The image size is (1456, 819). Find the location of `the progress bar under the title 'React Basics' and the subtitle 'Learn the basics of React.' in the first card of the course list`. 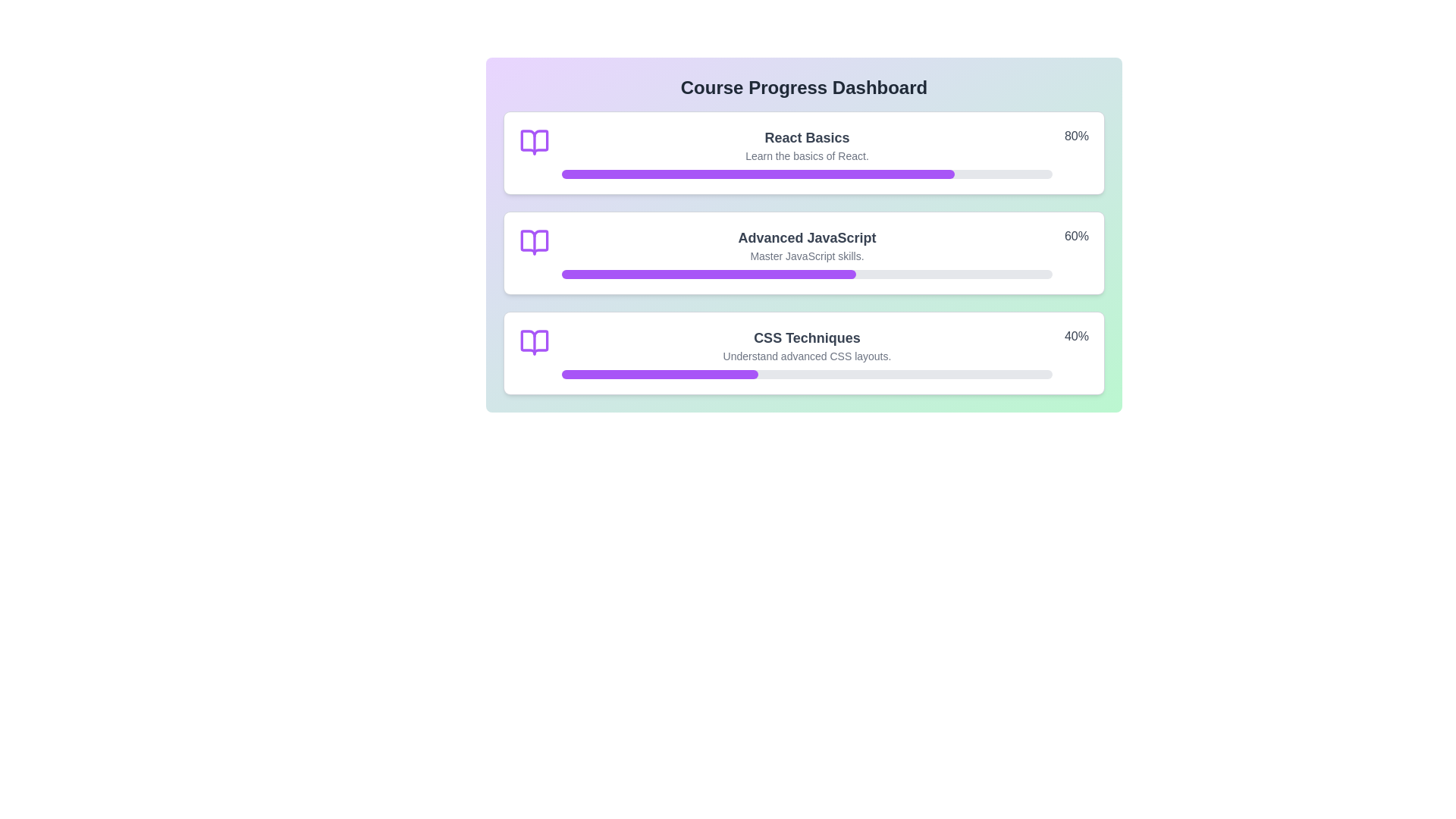

the progress bar under the title 'React Basics' and the subtitle 'Learn the basics of React.' in the first card of the course list is located at coordinates (806, 174).